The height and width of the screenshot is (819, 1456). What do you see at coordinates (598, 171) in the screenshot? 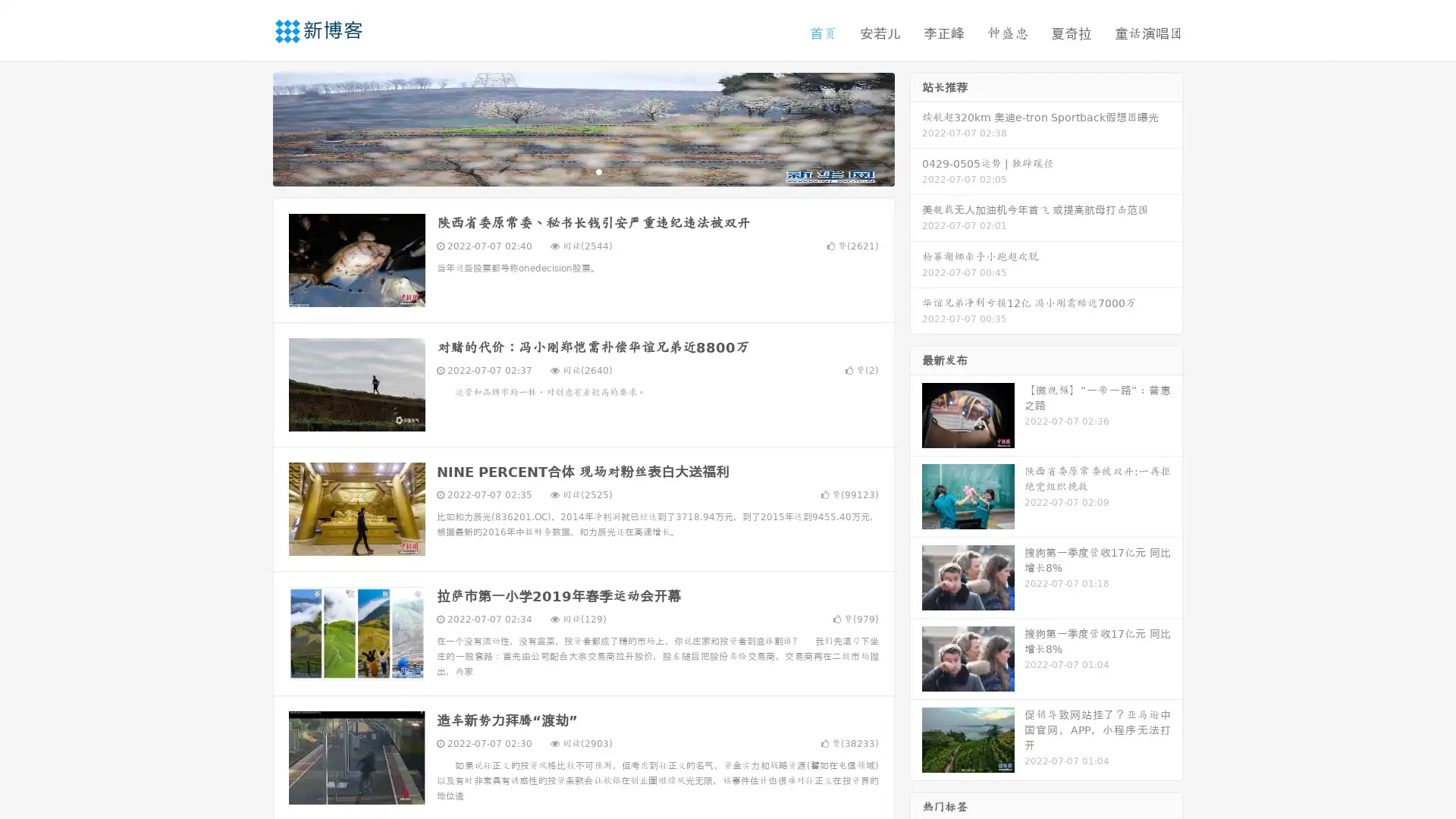
I see `Go to slide 3` at bounding box center [598, 171].